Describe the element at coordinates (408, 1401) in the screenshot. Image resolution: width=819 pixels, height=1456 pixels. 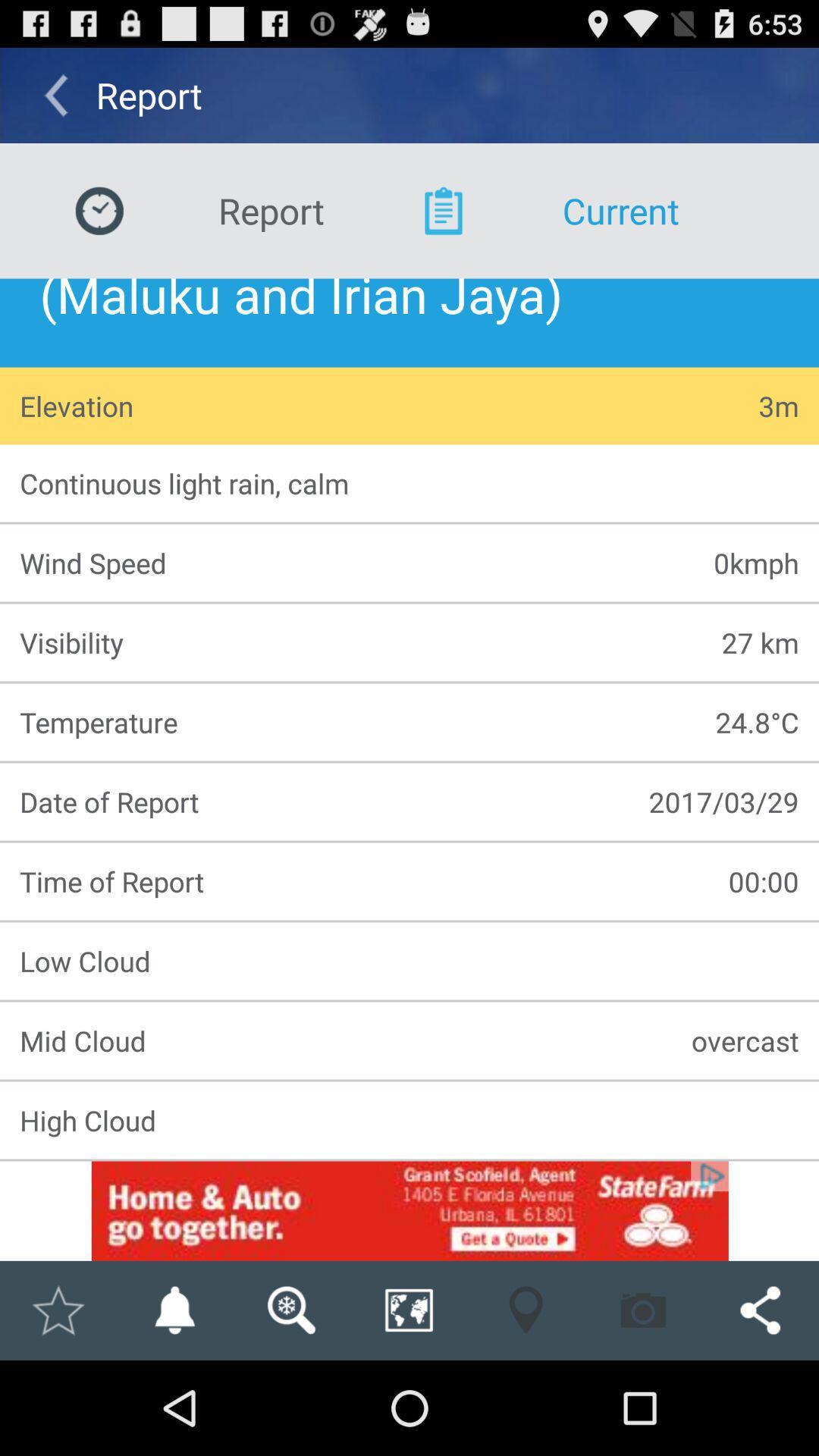
I see `the globe icon` at that location.